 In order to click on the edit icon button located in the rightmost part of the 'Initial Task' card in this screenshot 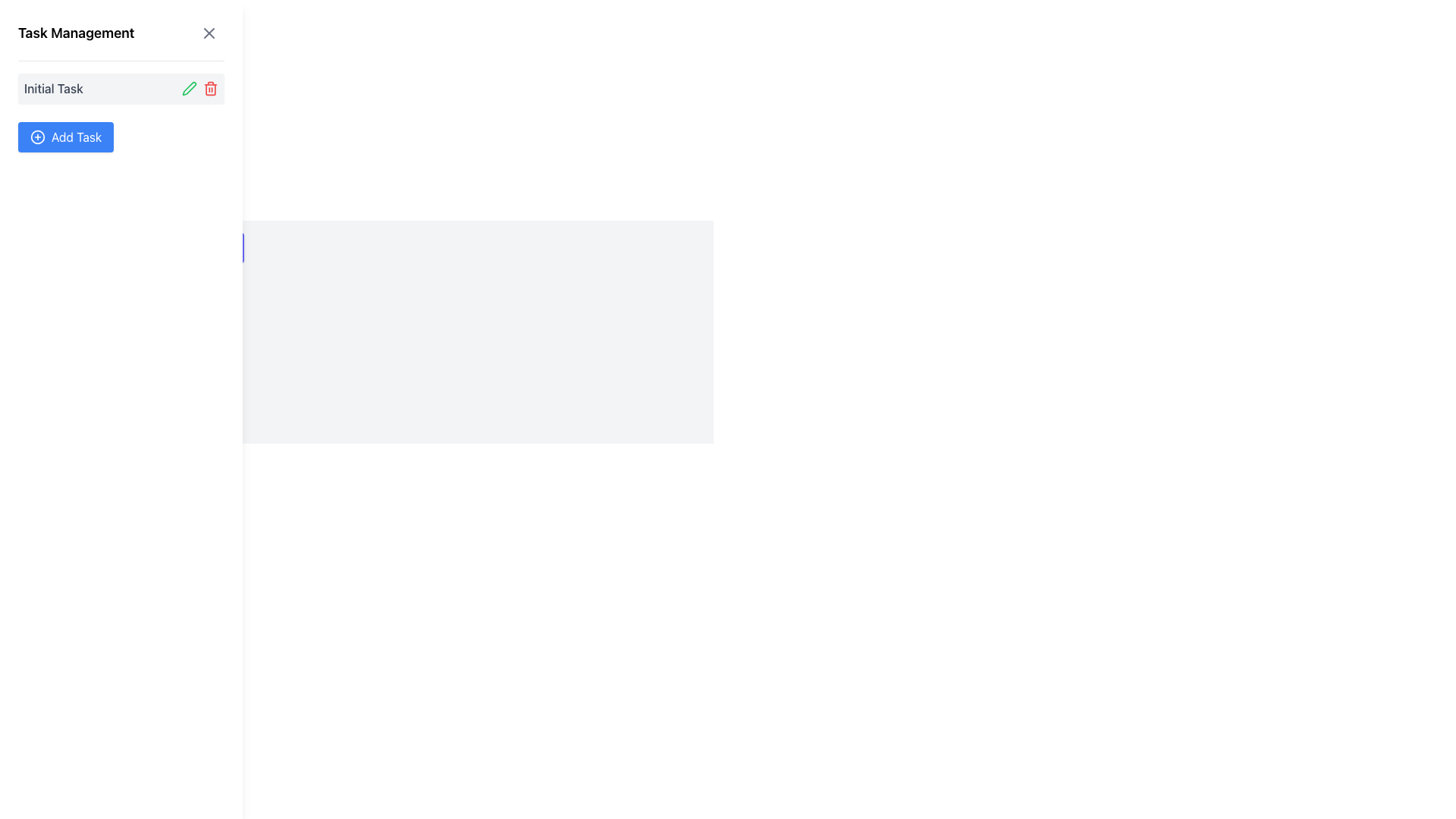, I will do `click(188, 88)`.